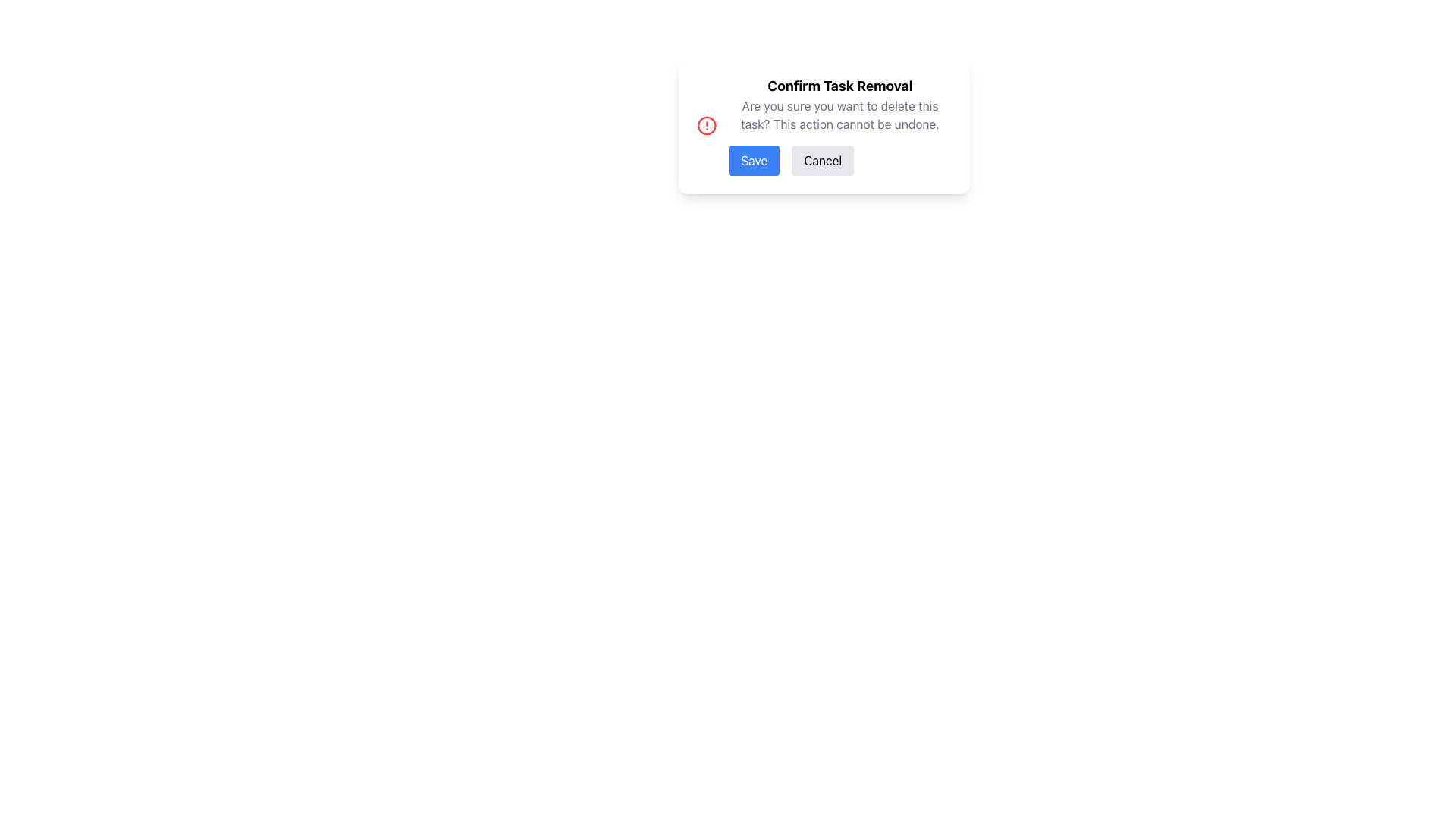  Describe the element at coordinates (839, 161) in the screenshot. I see `the 'Cancel' button, which is the gray button with black text, located in the button group below the confirmation dialog titled 'Confirm Task Removal.'` at that location.